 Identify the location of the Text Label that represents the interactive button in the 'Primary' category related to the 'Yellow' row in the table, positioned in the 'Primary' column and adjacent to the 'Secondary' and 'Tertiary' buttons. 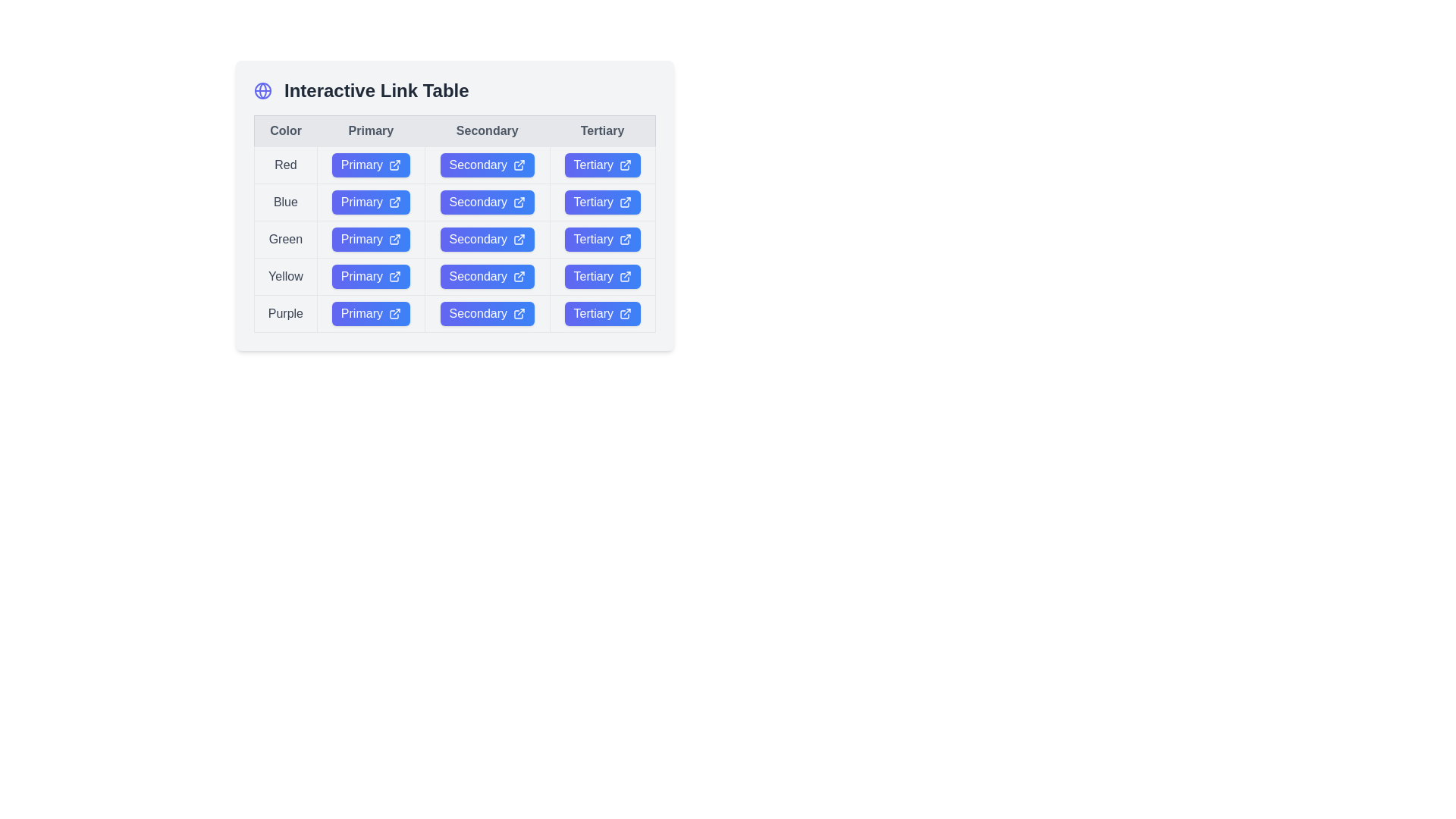
(361, 277).